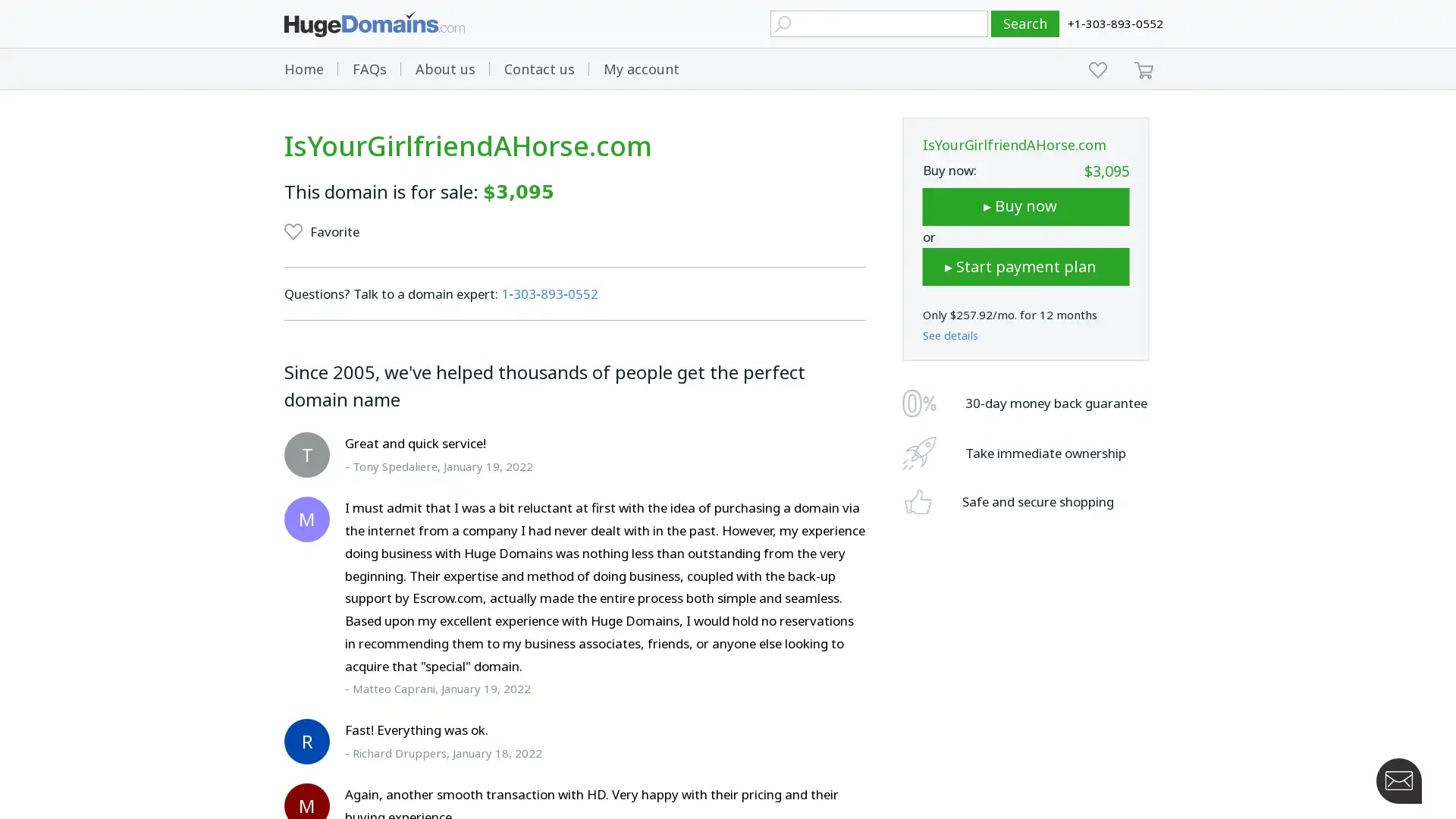 This screenshot has width=1456, height=819. I want to click on Search, so click(1025, 24).